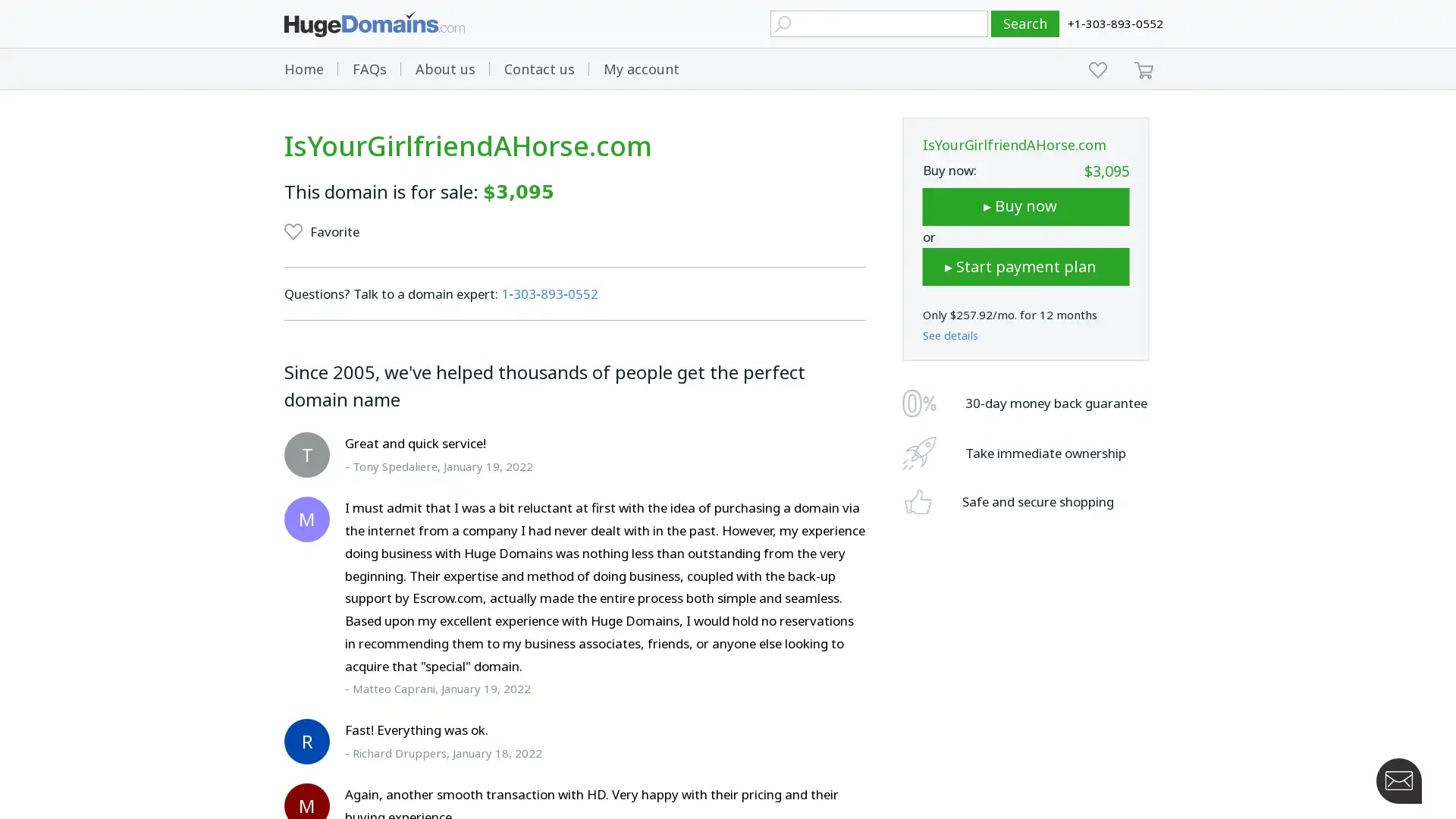 This screenshot has width=1456, height=819. I want to click on Search, so click(1025, 24).